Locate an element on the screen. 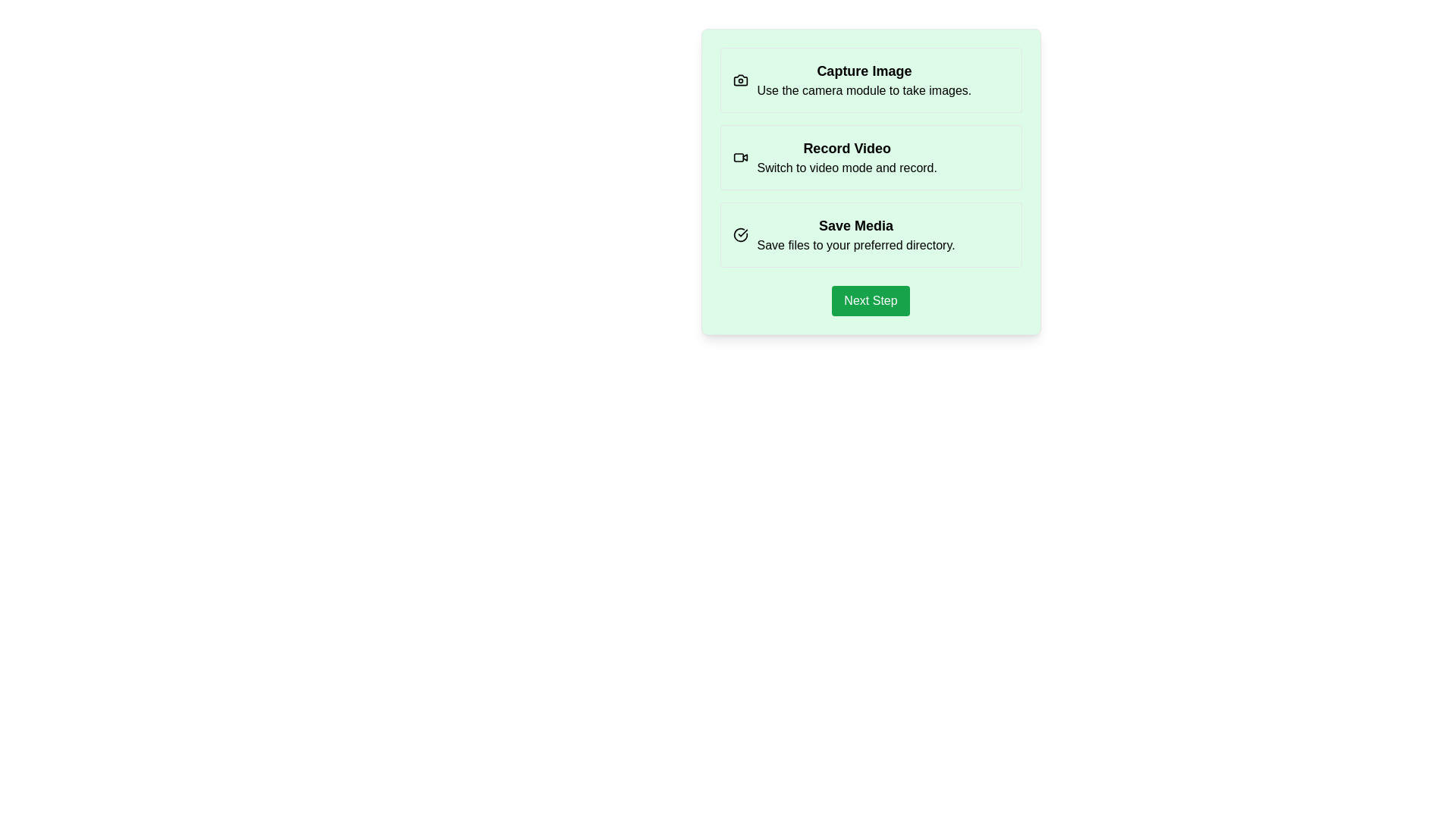 Image resolution: width=1456 pixels, height=819 pixels. the camera icon located in the upper area of the 'Capture Image' card, which is positioned leftmost in the horizontal layout is located at coordinates (740, 80).